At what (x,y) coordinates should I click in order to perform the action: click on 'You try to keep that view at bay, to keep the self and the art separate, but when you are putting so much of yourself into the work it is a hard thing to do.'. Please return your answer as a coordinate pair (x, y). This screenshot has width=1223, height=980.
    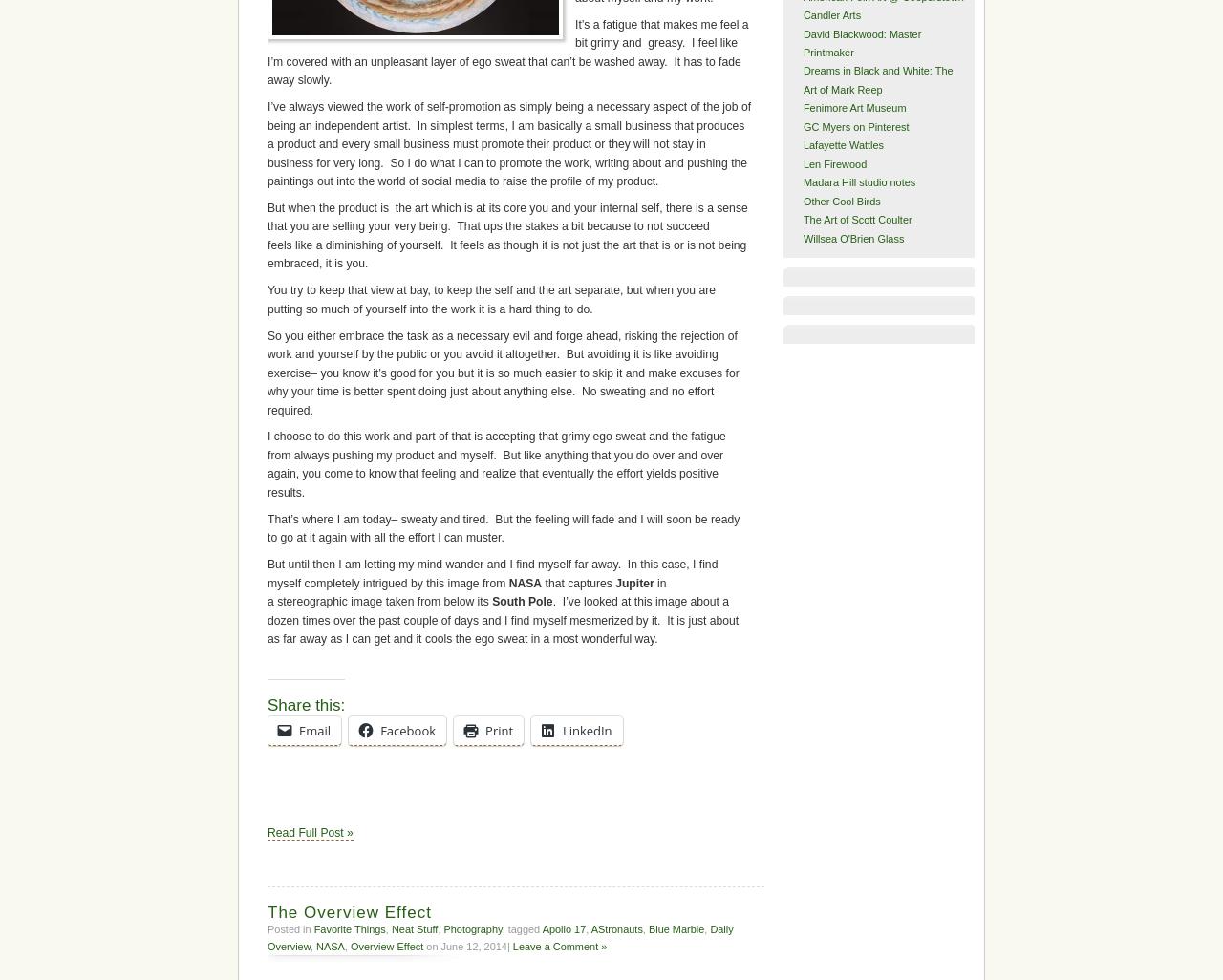
    Looking at the image, I should click on (491, 299).